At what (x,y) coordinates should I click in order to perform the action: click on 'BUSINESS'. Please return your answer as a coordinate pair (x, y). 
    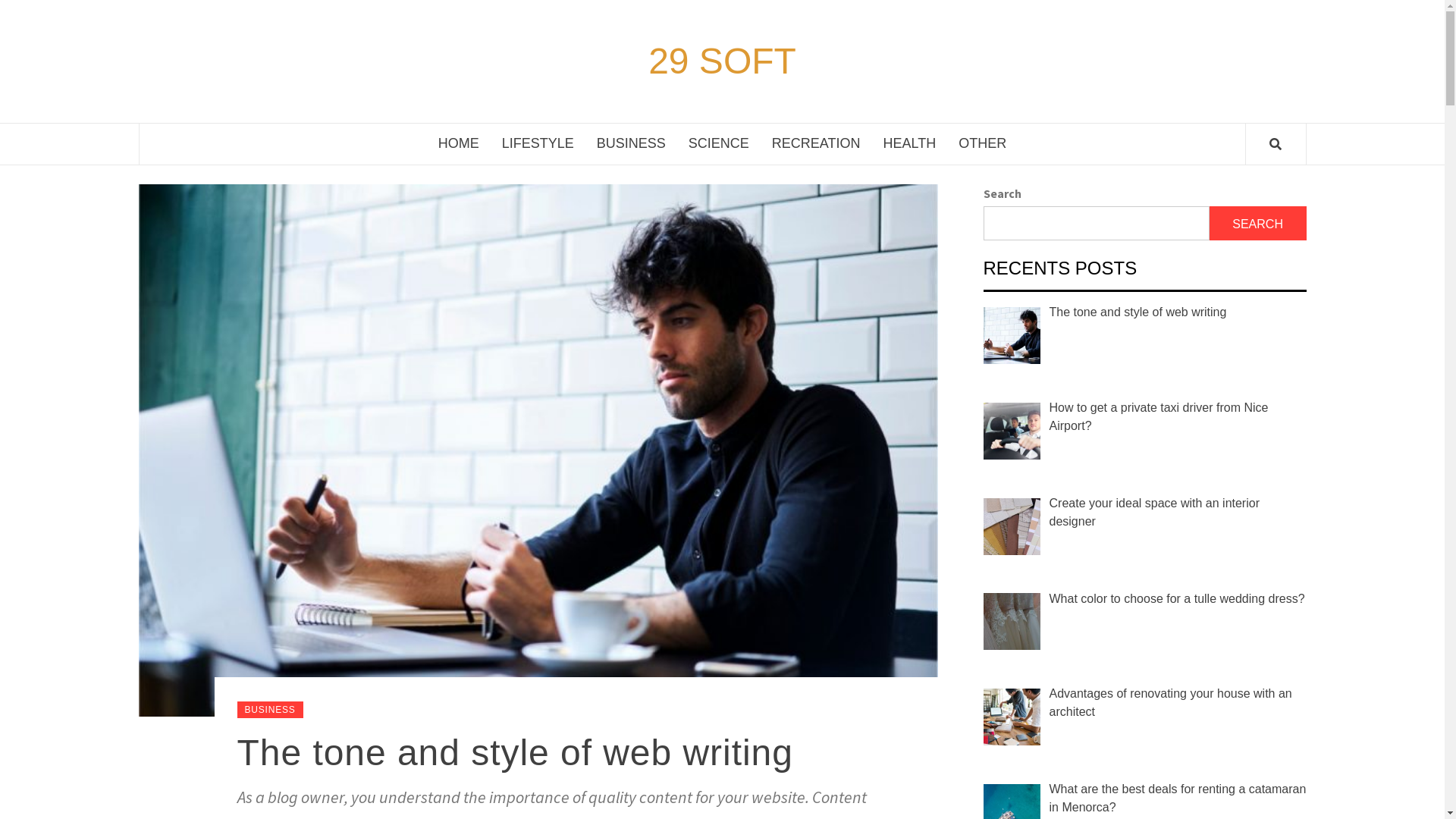
    Looking at the image, I should click on (236, 710).